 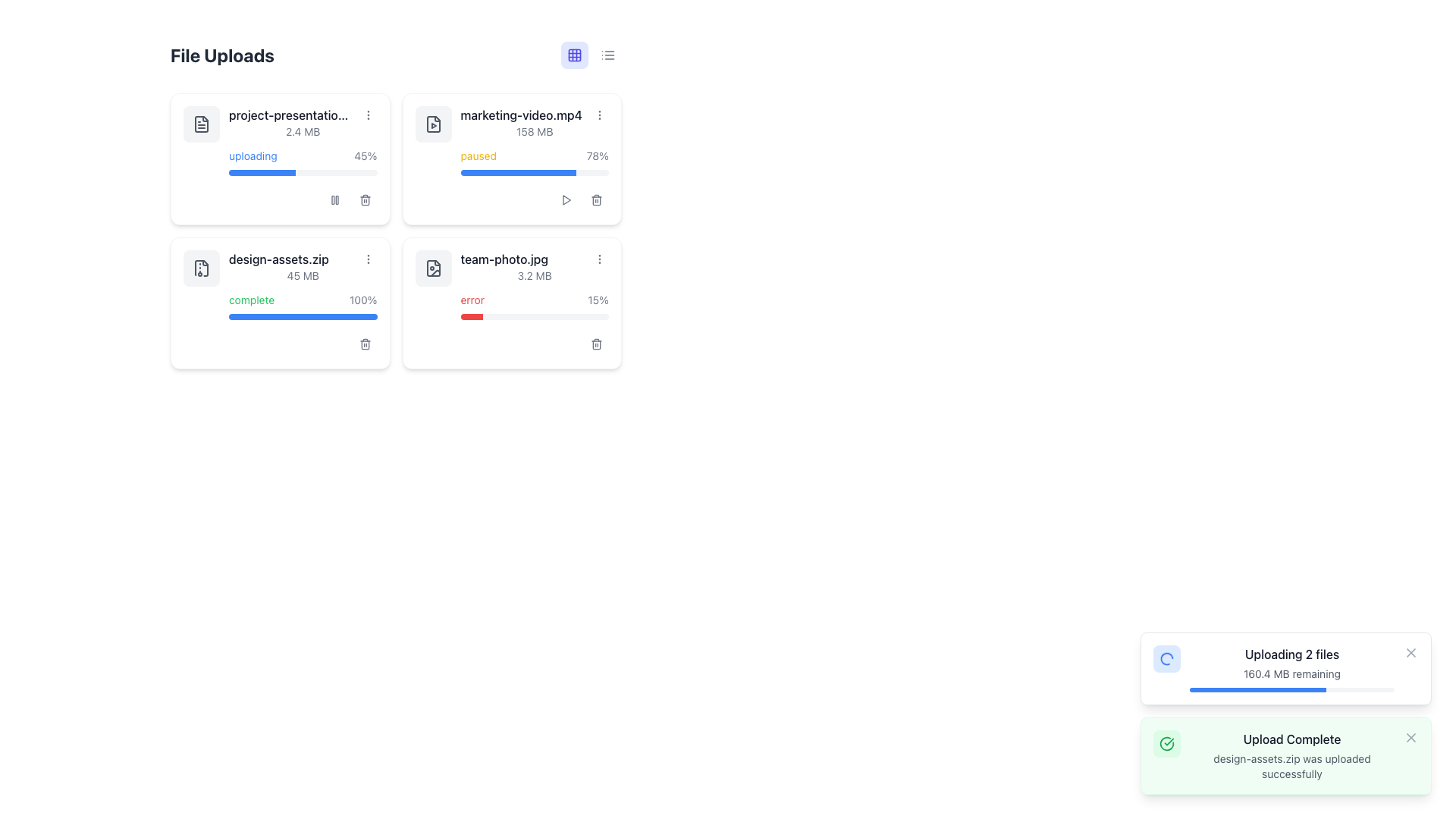 I want to click on the trash bin icon representing the delete action for the 'team-photo.jpg' file item located in the bottom-right section of the file items grid, so click(x=596, y=345).